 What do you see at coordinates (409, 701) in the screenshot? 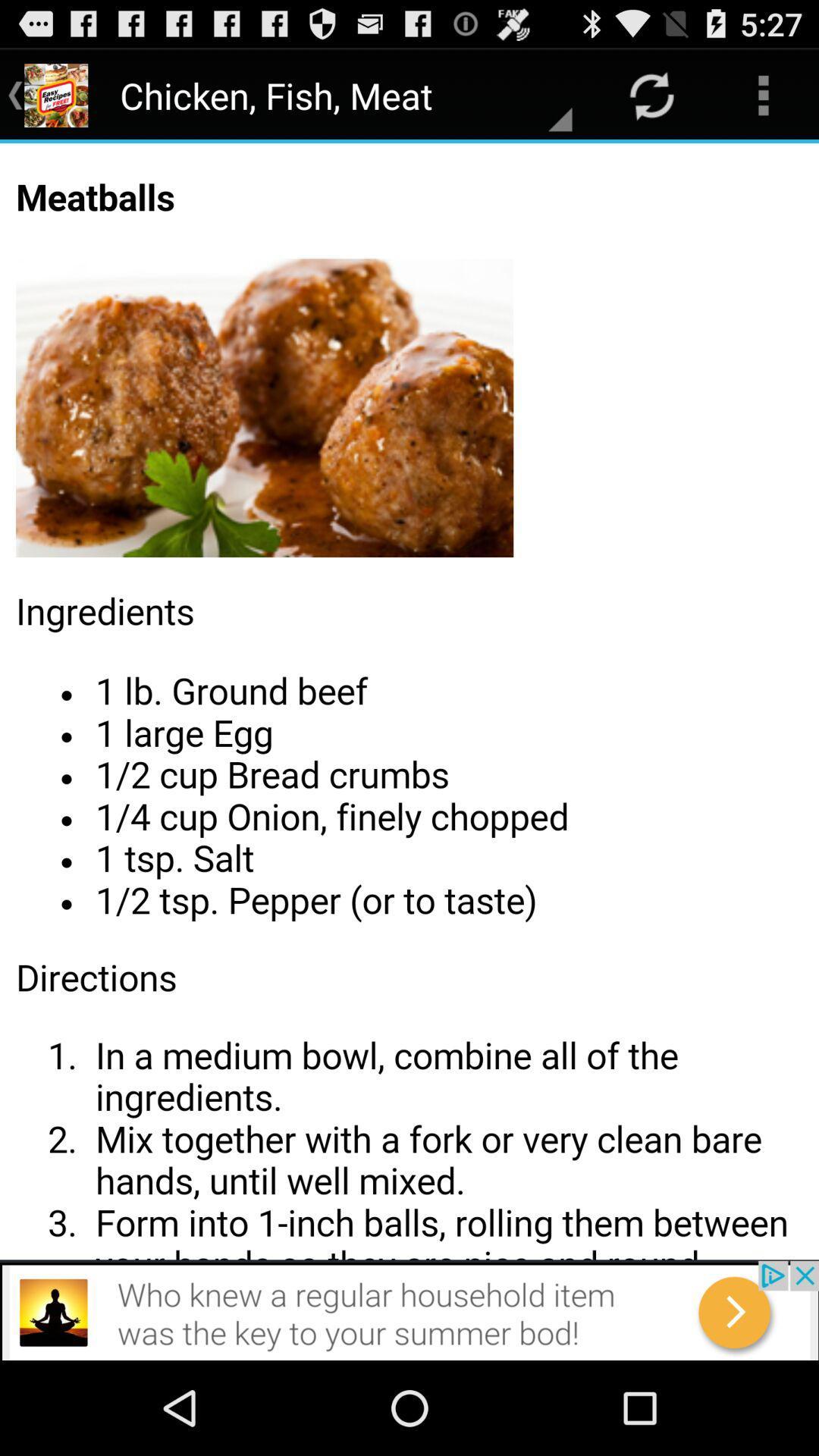
I see `share the article` at bounding box center [409, 701].